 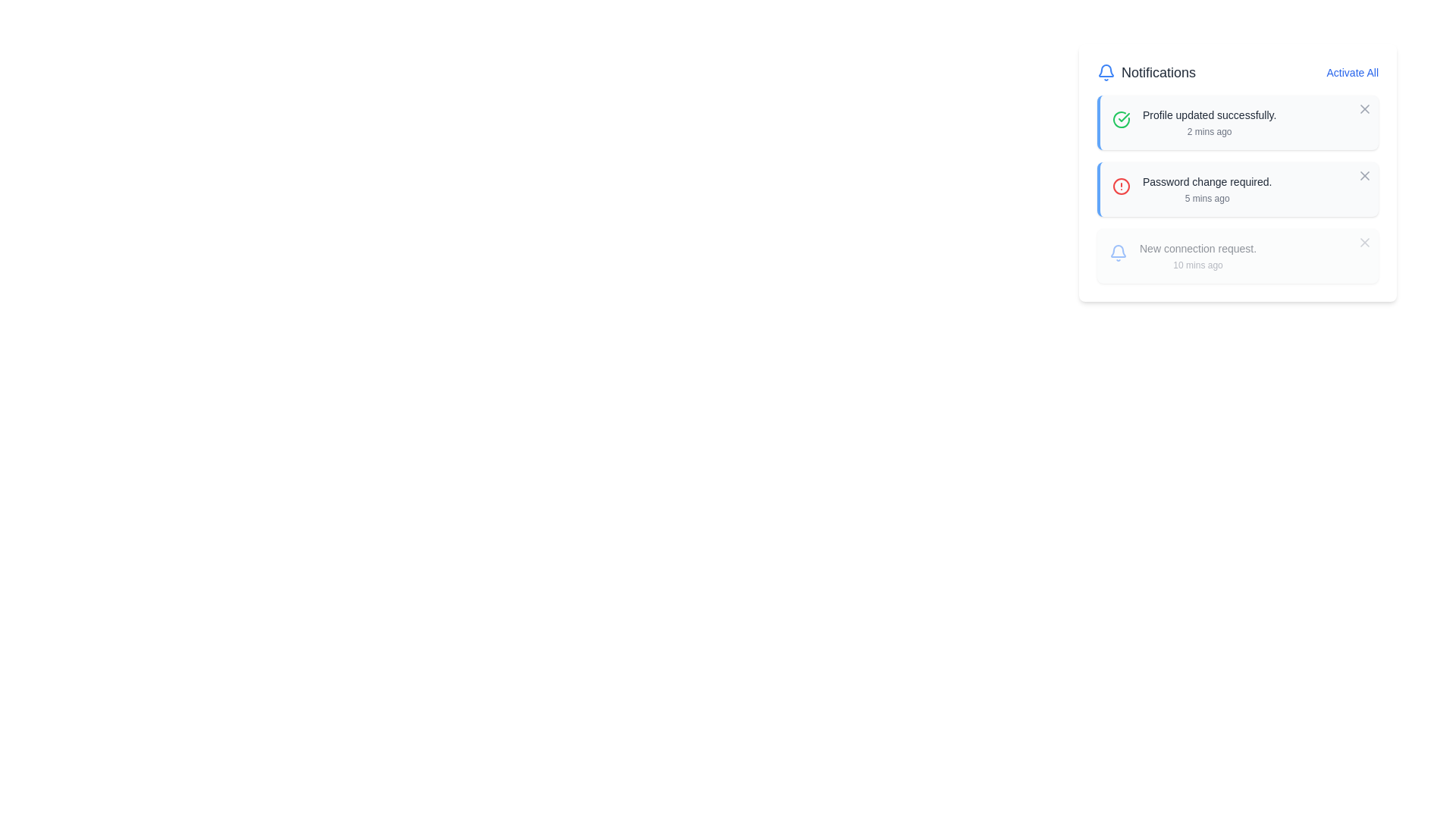 What do you see at coordinates (1207, 189) in the screenshot?
I see `the second notification in the right-aligned notification panel that informs users about a required password change, which is positioned below the 'Profile updated successfully.' notification and above the 'New connection request.' notification` at bounding box center [1207, 189].